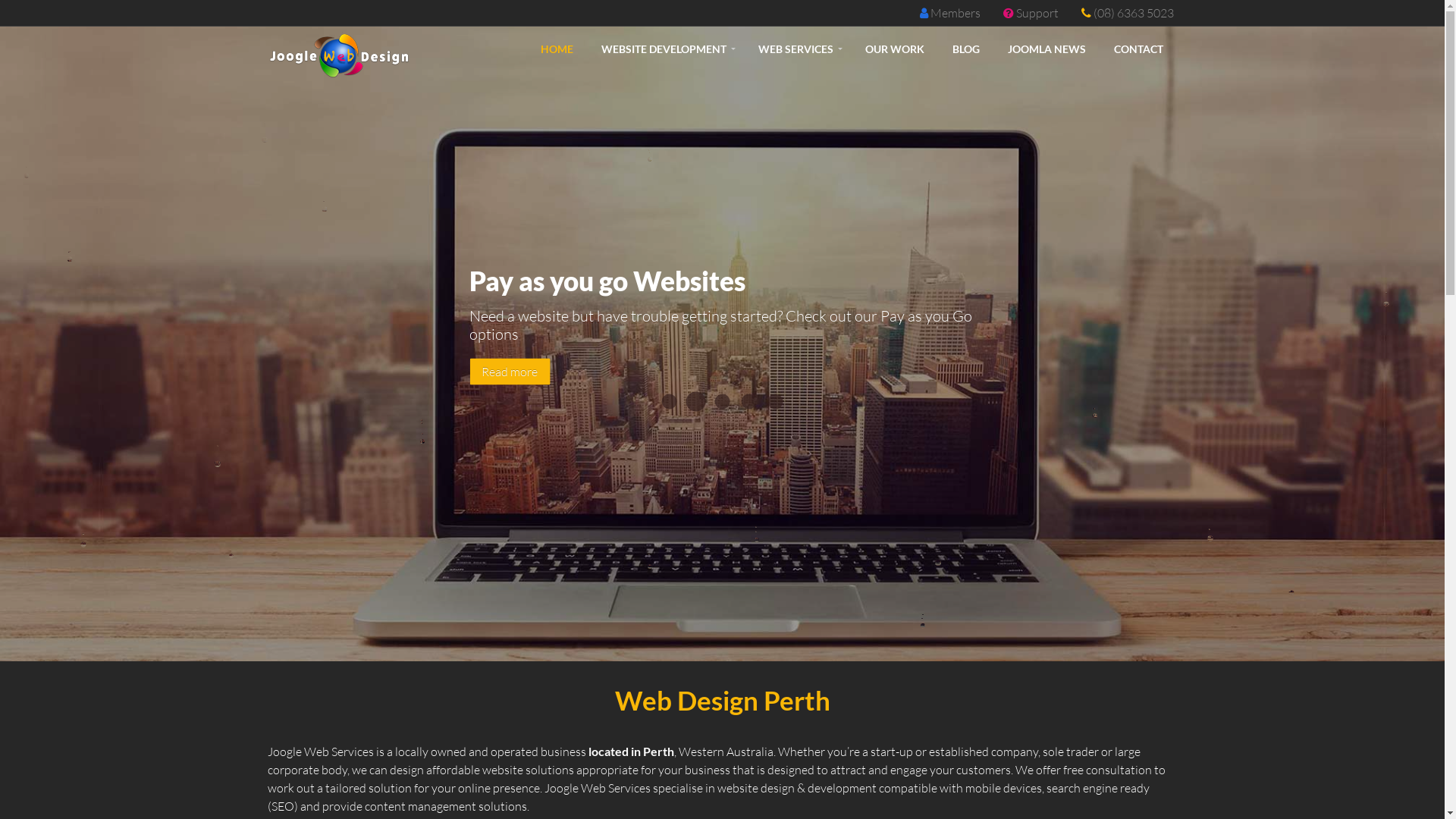 Image resolution: width=1456 pixels, height=819 pixels. What do you see at coordinates (1037, 12) in the screenshot?
I see `'Support'` at bounding box center [1037, 12].